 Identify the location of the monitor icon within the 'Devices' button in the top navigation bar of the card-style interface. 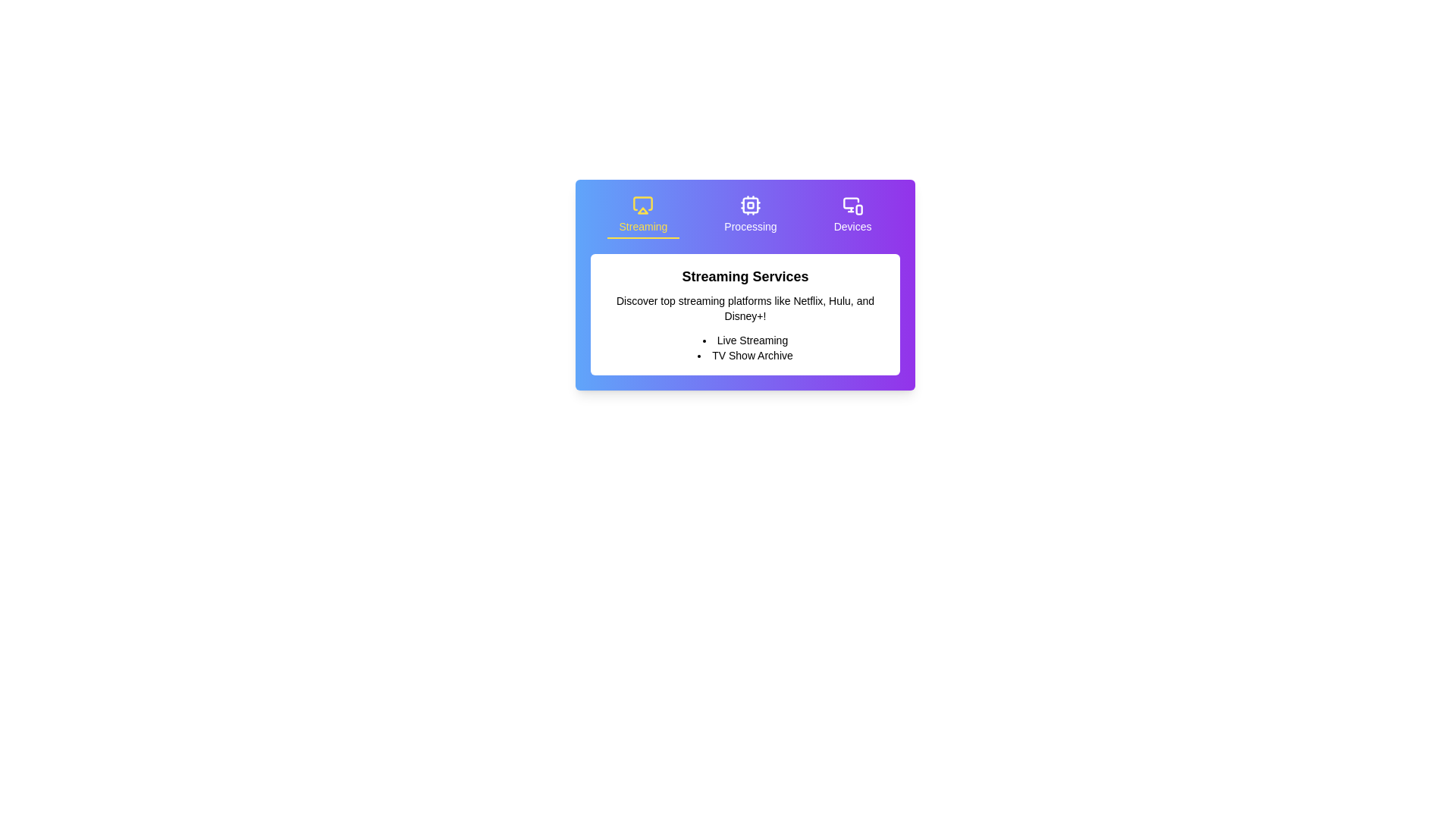
(851, 202).